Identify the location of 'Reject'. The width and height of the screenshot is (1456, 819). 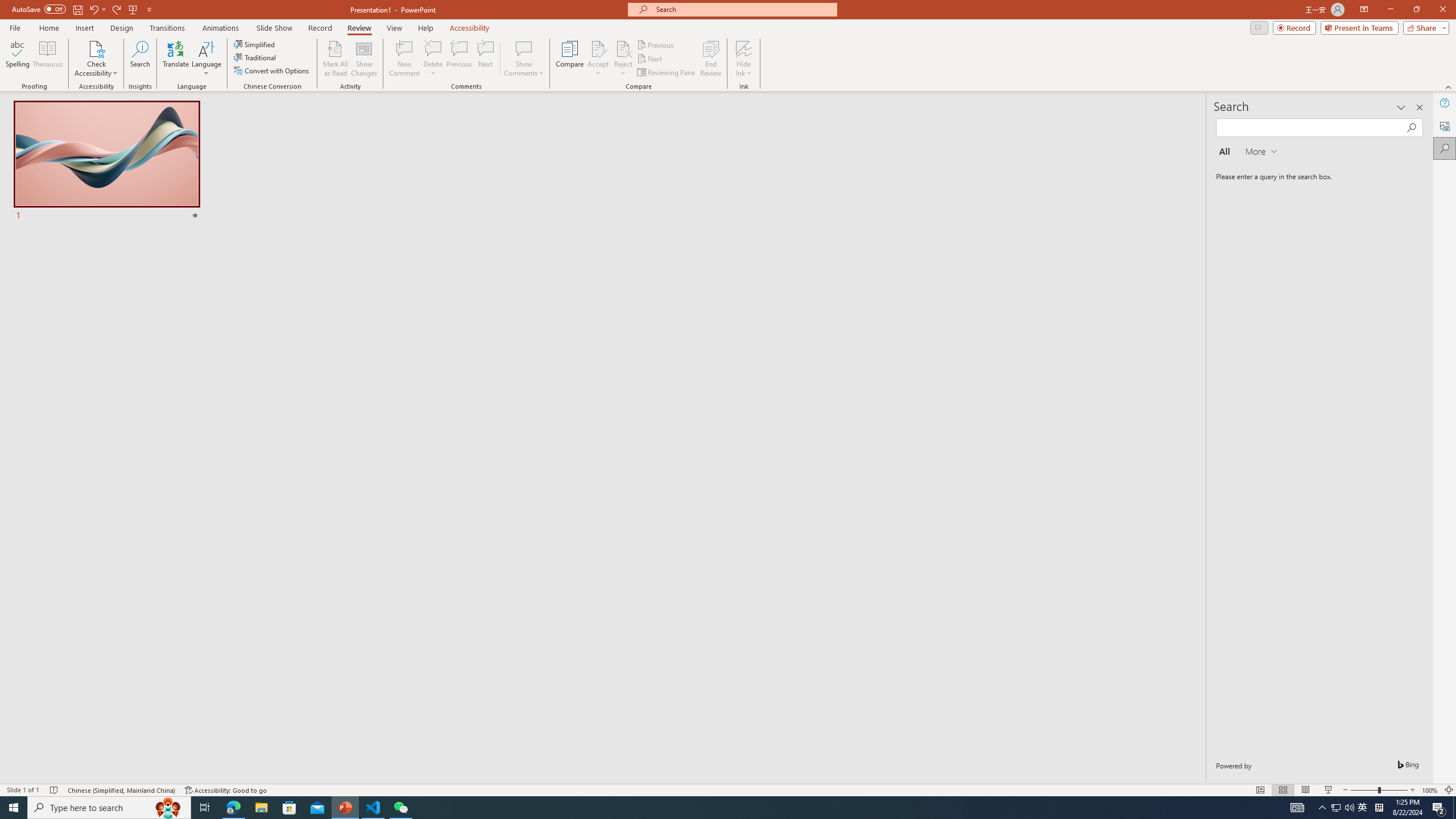
(622, 59).